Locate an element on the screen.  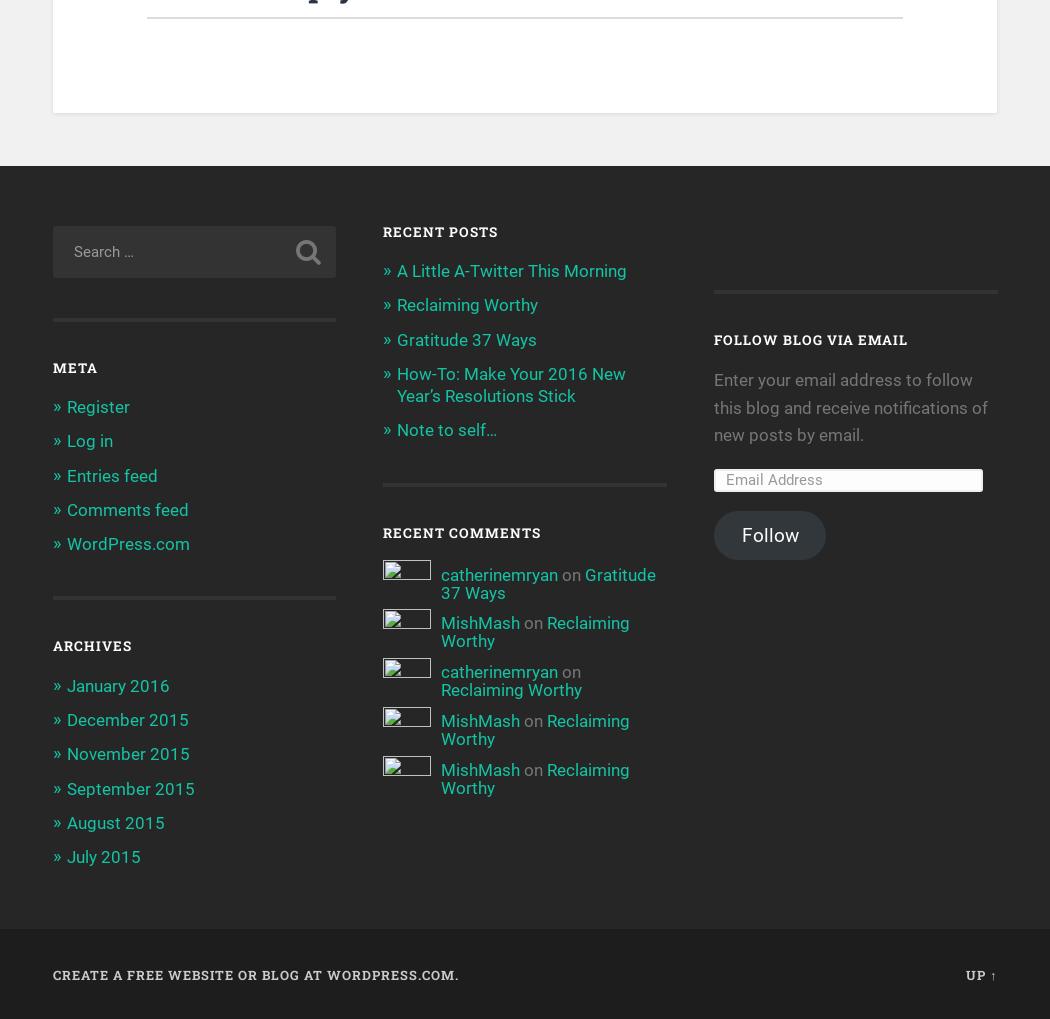
'Meta' is located at coordinates (73, 367).